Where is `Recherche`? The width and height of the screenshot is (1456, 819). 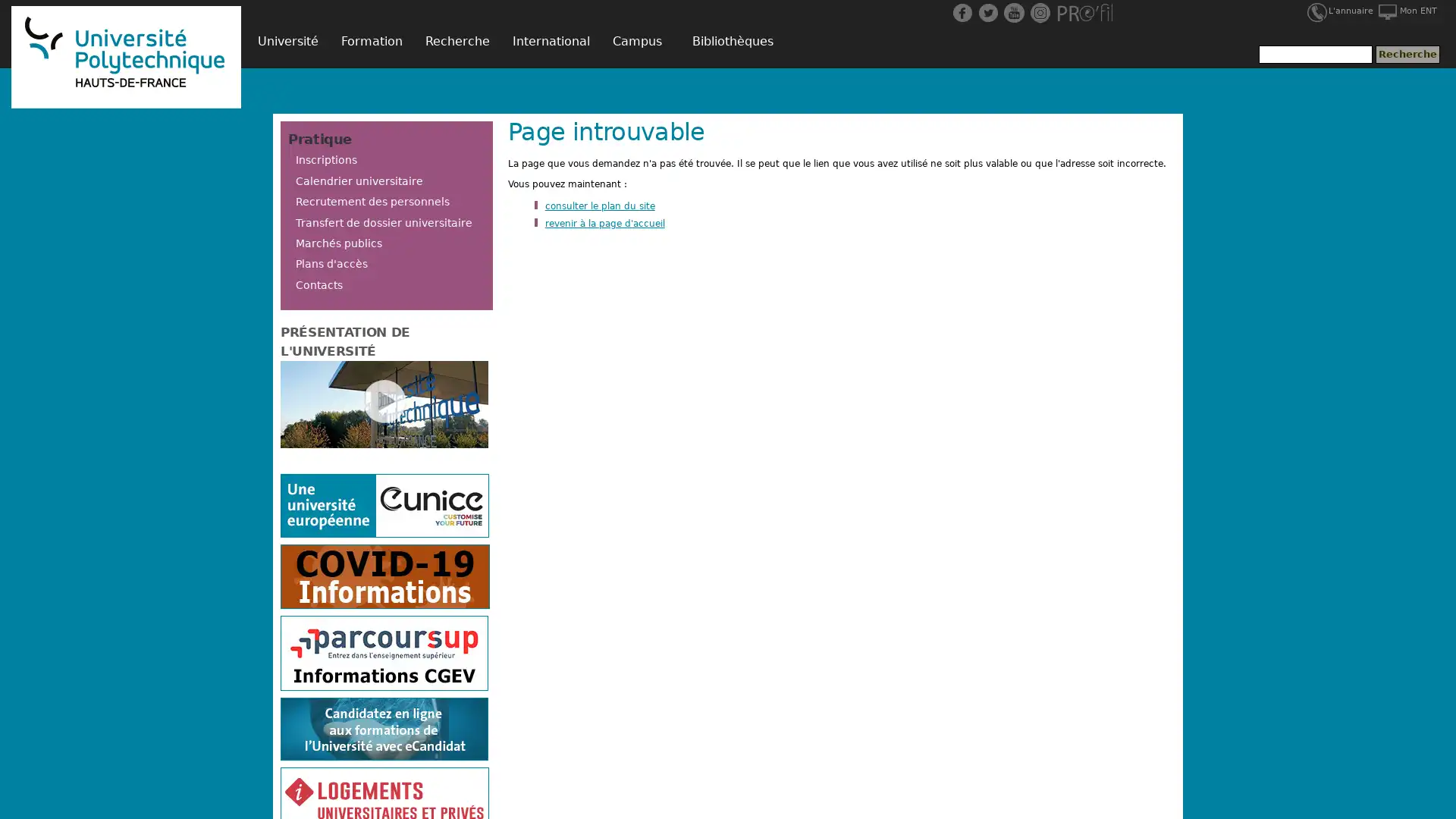
Recherche is located at coordinates (1406, 53).